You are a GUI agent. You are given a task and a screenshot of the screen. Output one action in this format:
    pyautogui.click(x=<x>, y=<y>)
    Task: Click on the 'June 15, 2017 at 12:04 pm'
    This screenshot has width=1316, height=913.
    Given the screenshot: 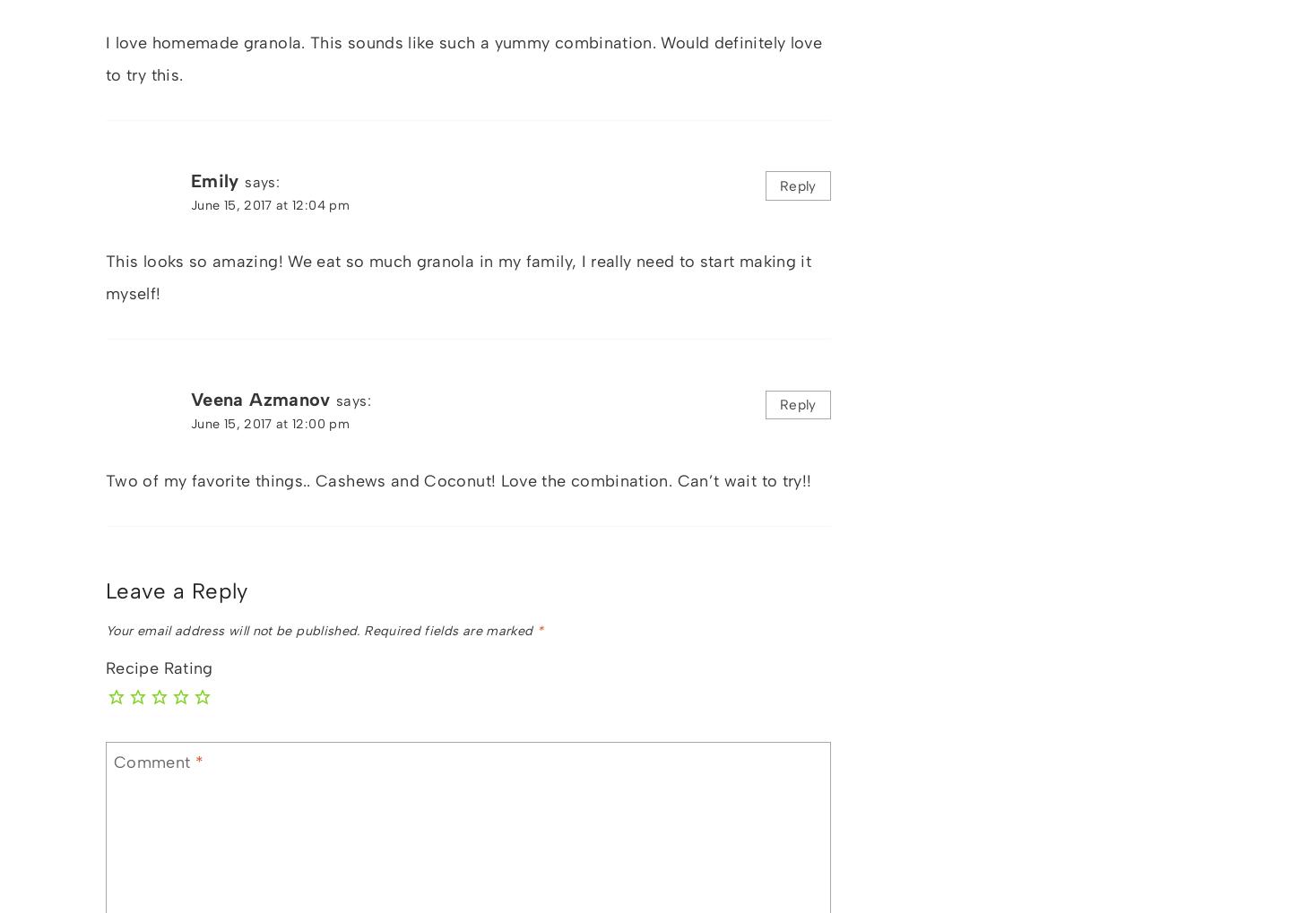 What is the action you would take?
    pyautogui.click(x=269, y=202)
    